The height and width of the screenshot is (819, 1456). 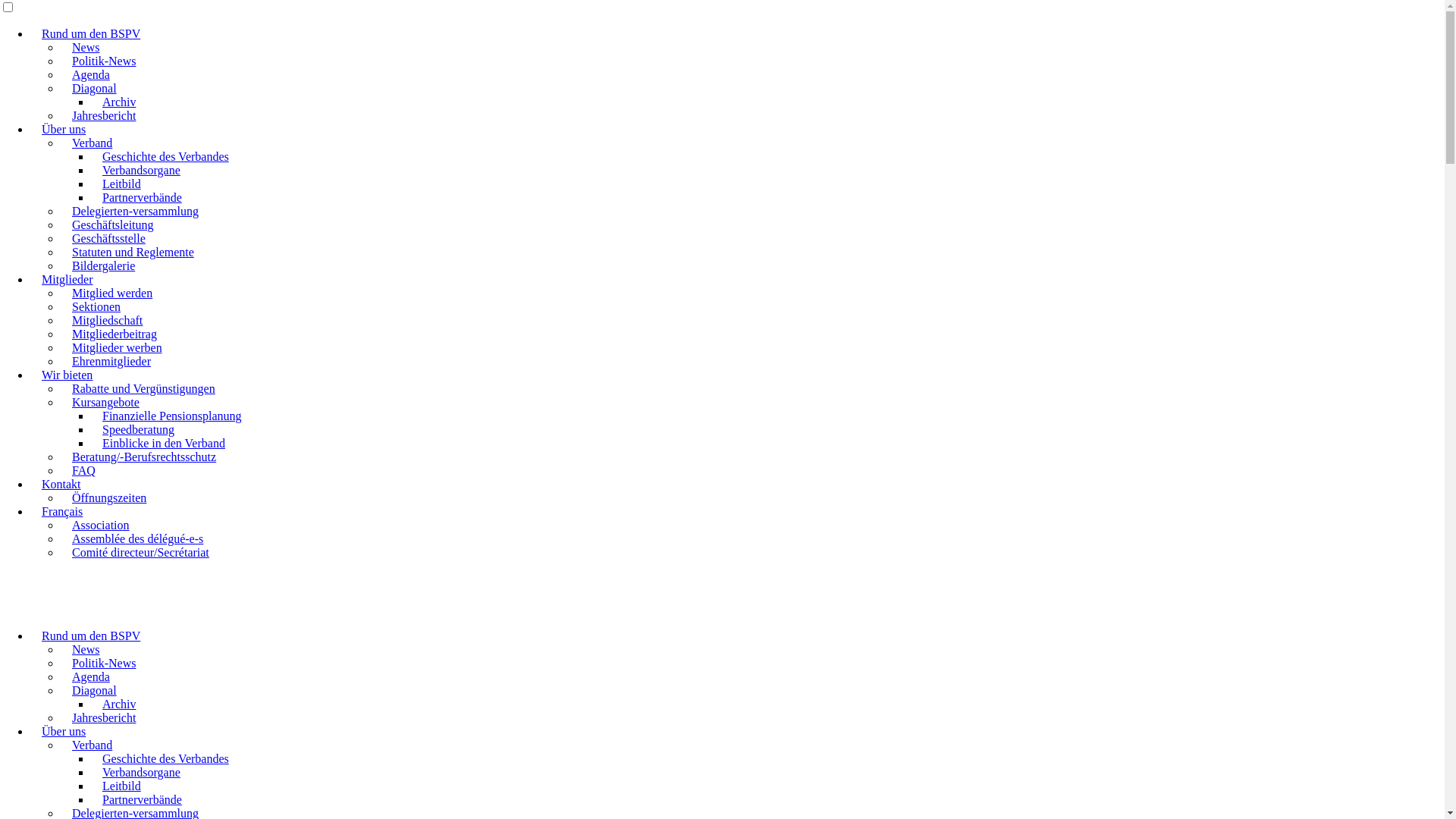 What do you see at coordinates (90, 183) in the screenshot?
I see `'Leitbild'` at bounding box center [90, 183].